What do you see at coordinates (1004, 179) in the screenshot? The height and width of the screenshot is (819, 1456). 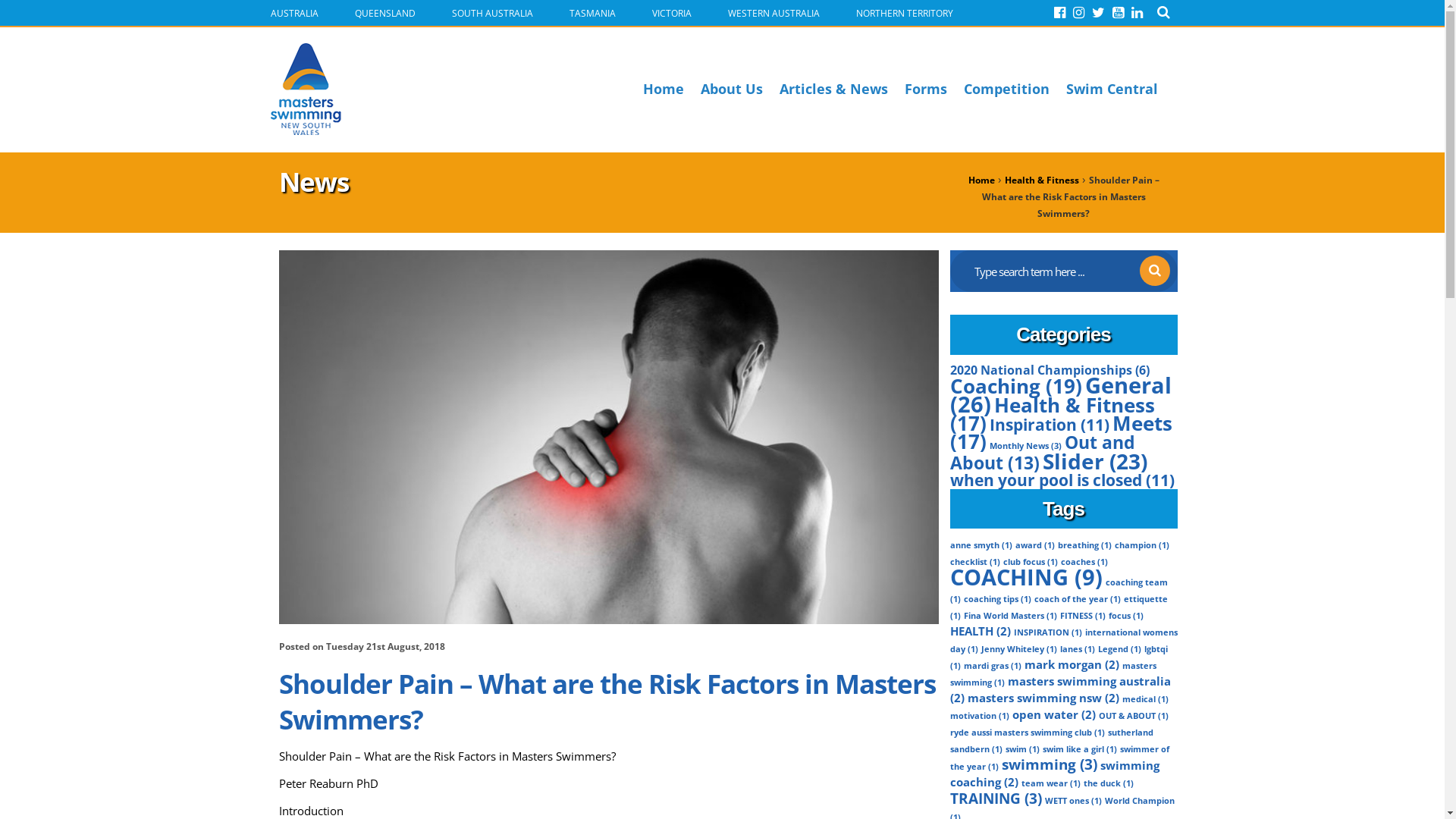 I see `'Health & Fitness'` at bounding box center [1004, 179].